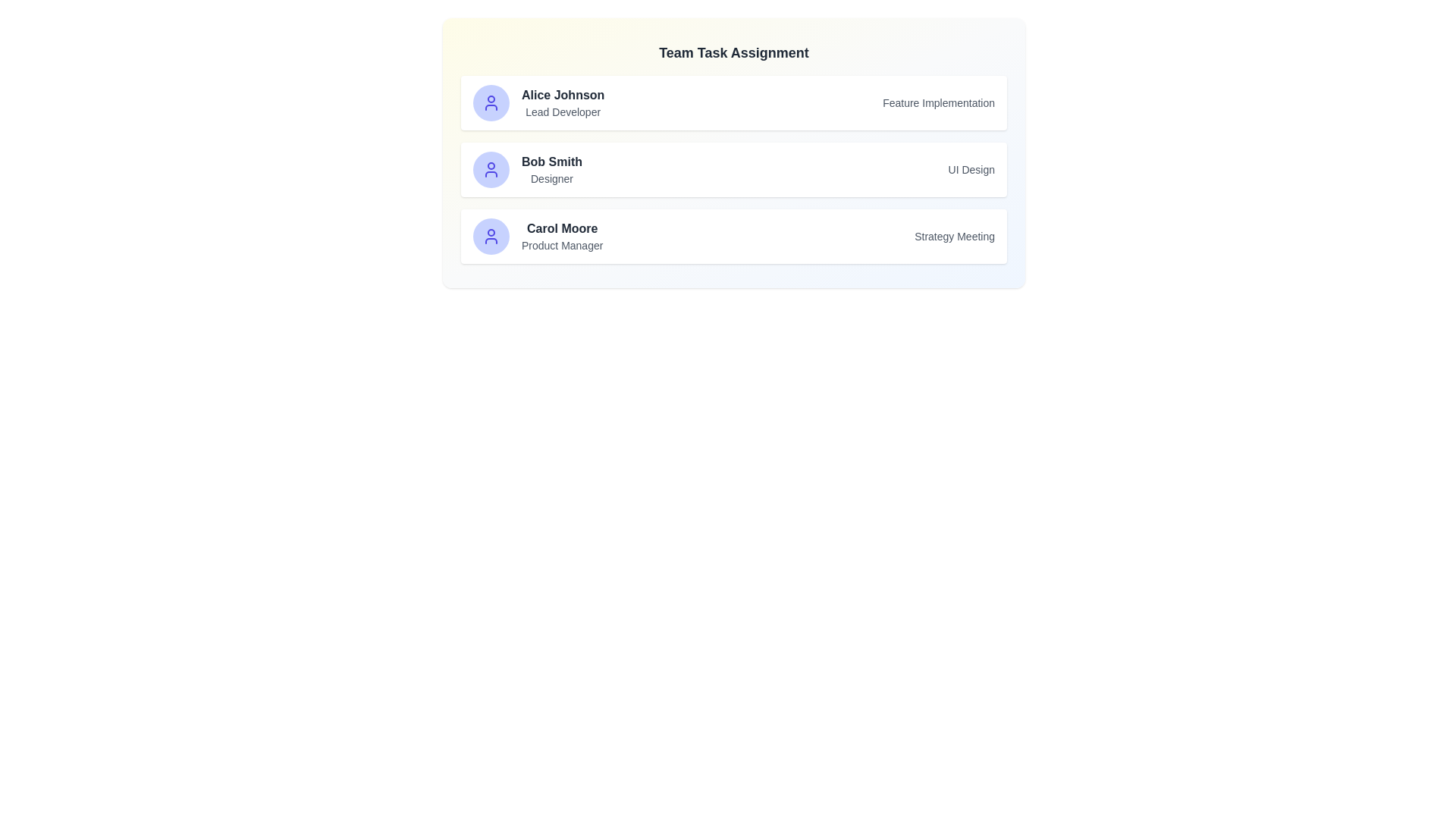 This screenshot has width=1456, height=819. What do you see at coordinates (538, 237) in the screenshot?
I see `the avatar of the Profile Card Item for 'Carol Moore', which is the third item in the list of users` at bounding box center [538, 237].